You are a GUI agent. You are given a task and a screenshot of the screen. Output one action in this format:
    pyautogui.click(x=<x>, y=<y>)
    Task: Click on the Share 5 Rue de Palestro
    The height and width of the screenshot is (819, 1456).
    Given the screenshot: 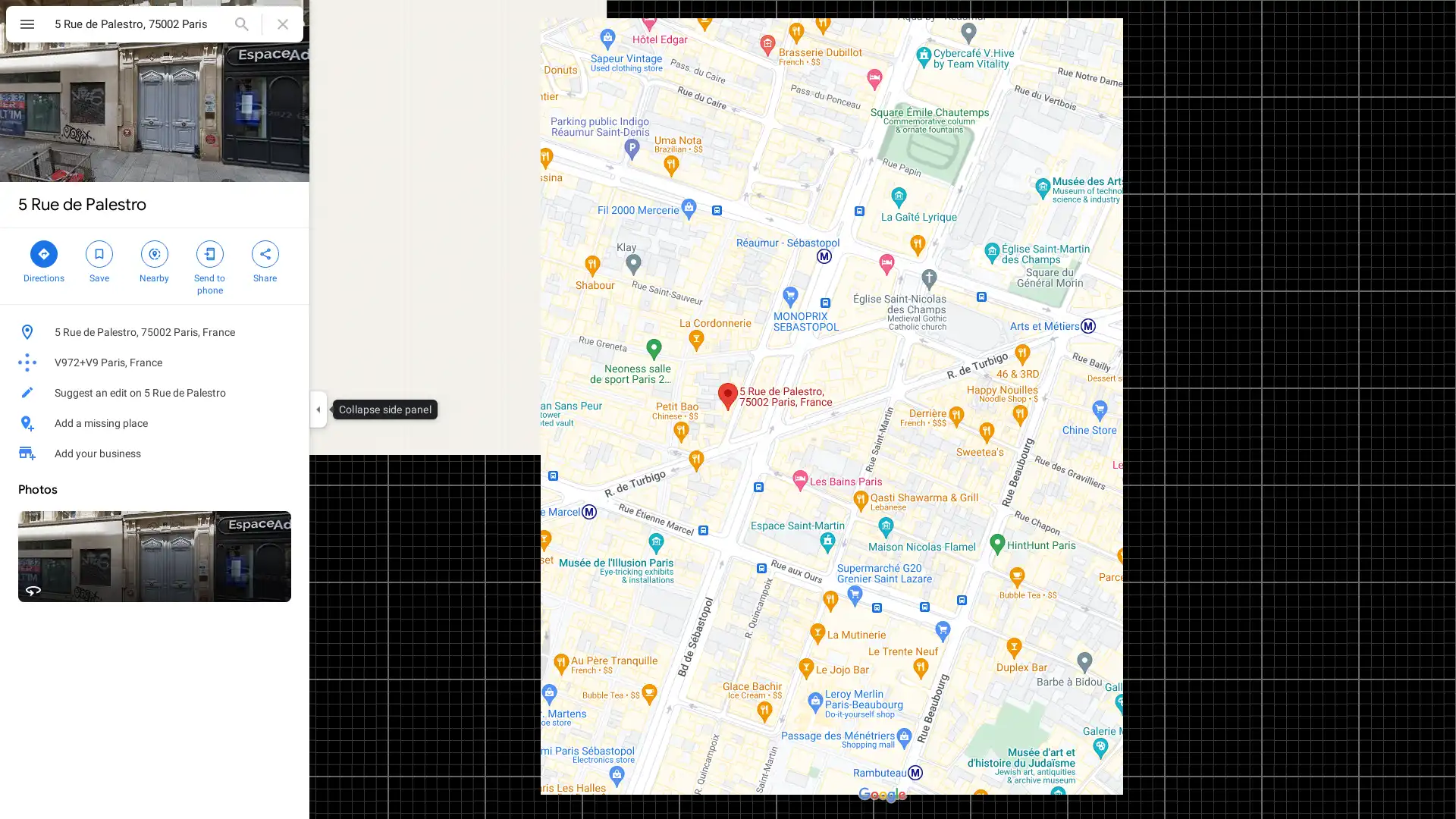 What is the action you would take?
    pyautogui.click(x=265, y=259)
    